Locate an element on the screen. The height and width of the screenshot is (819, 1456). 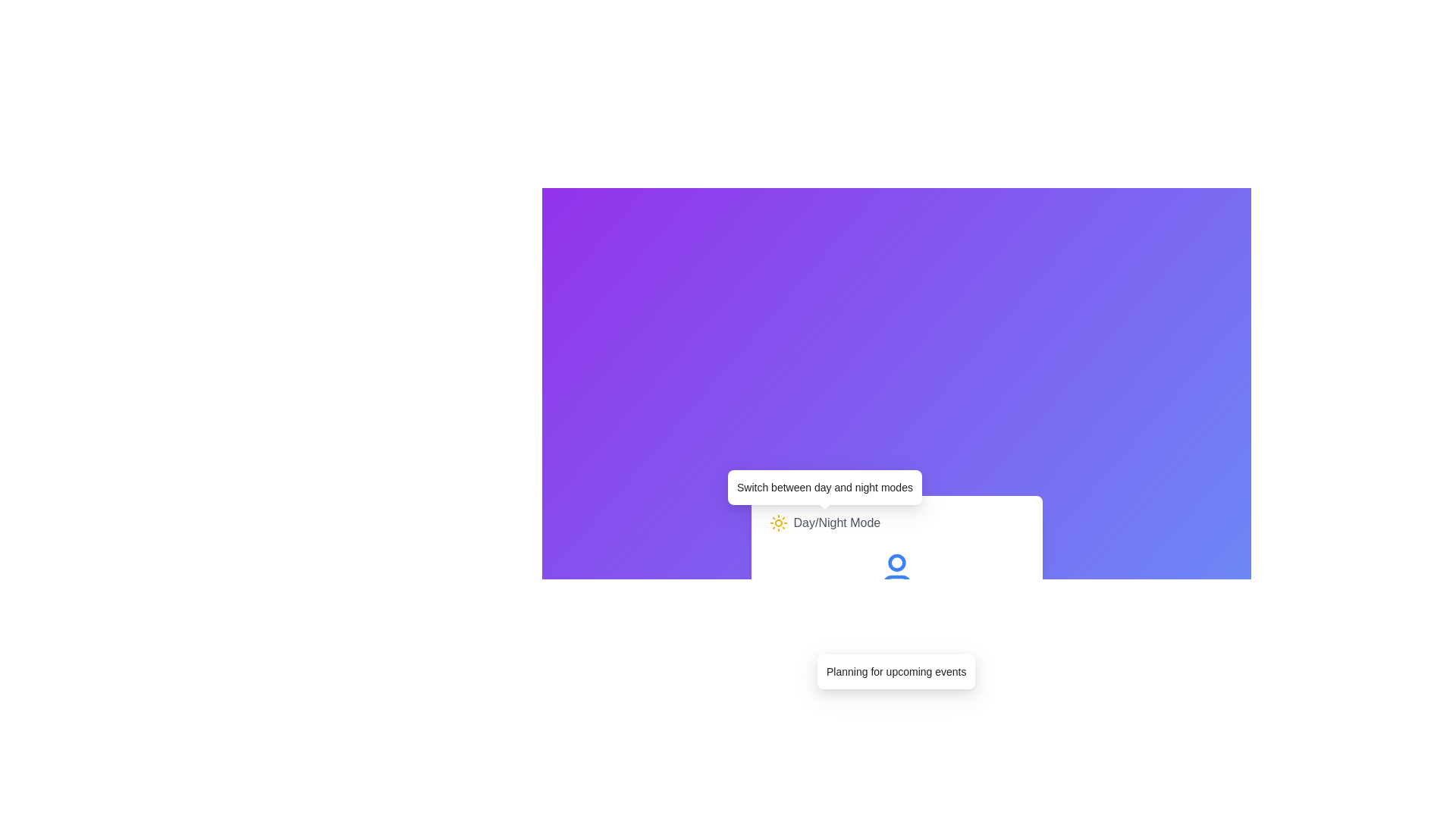
sun icon representing the Day/Night Mode for accessibility purposes is located at coordinates (778, 522).